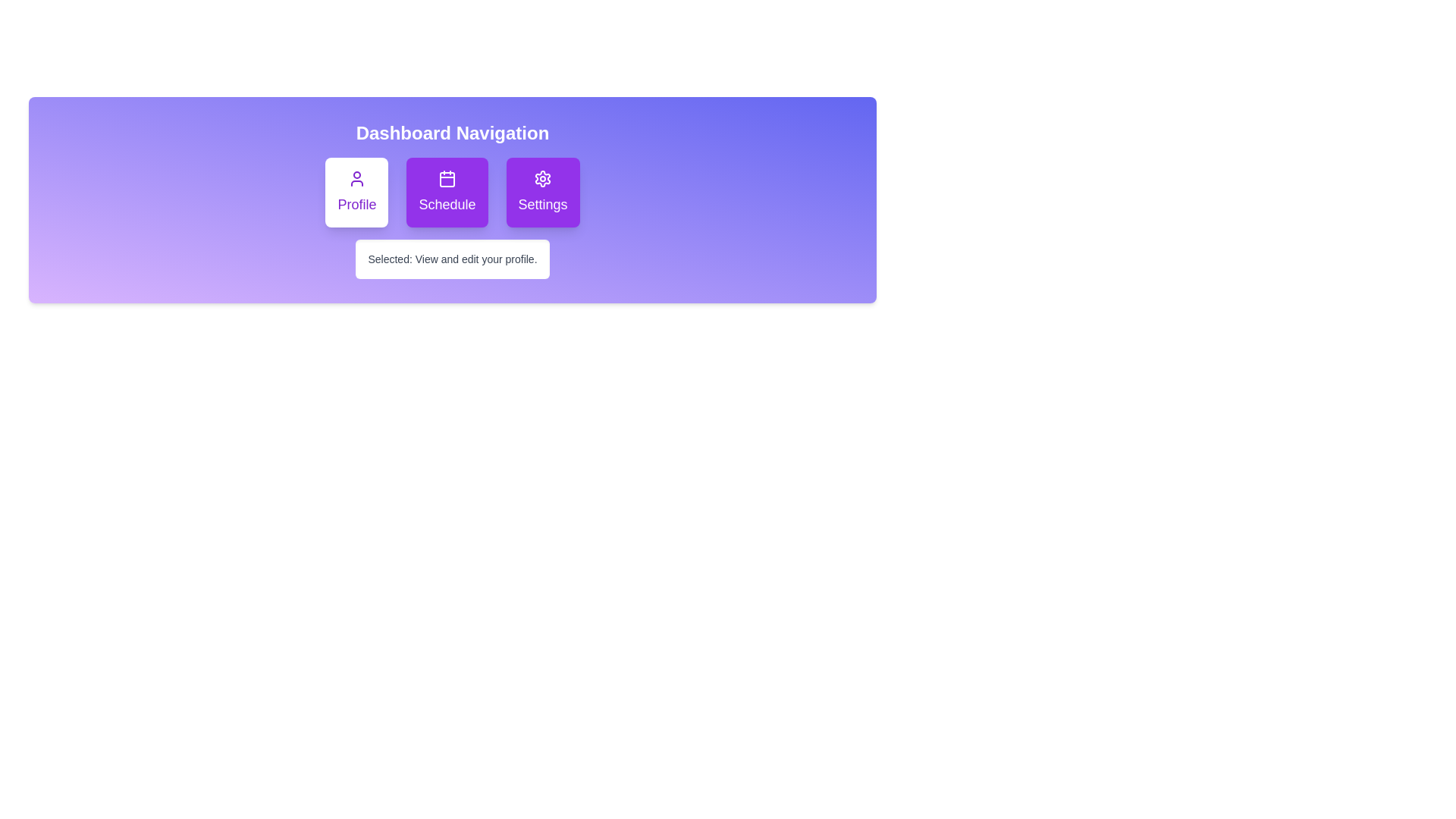 Image resolution: width=1456 pixels, height=819 pixels. Describe the element at coordinates (447, 192) in the screenshot. I see `the second button in the group of three, which navigates to the 'Schedule' section` at that location.